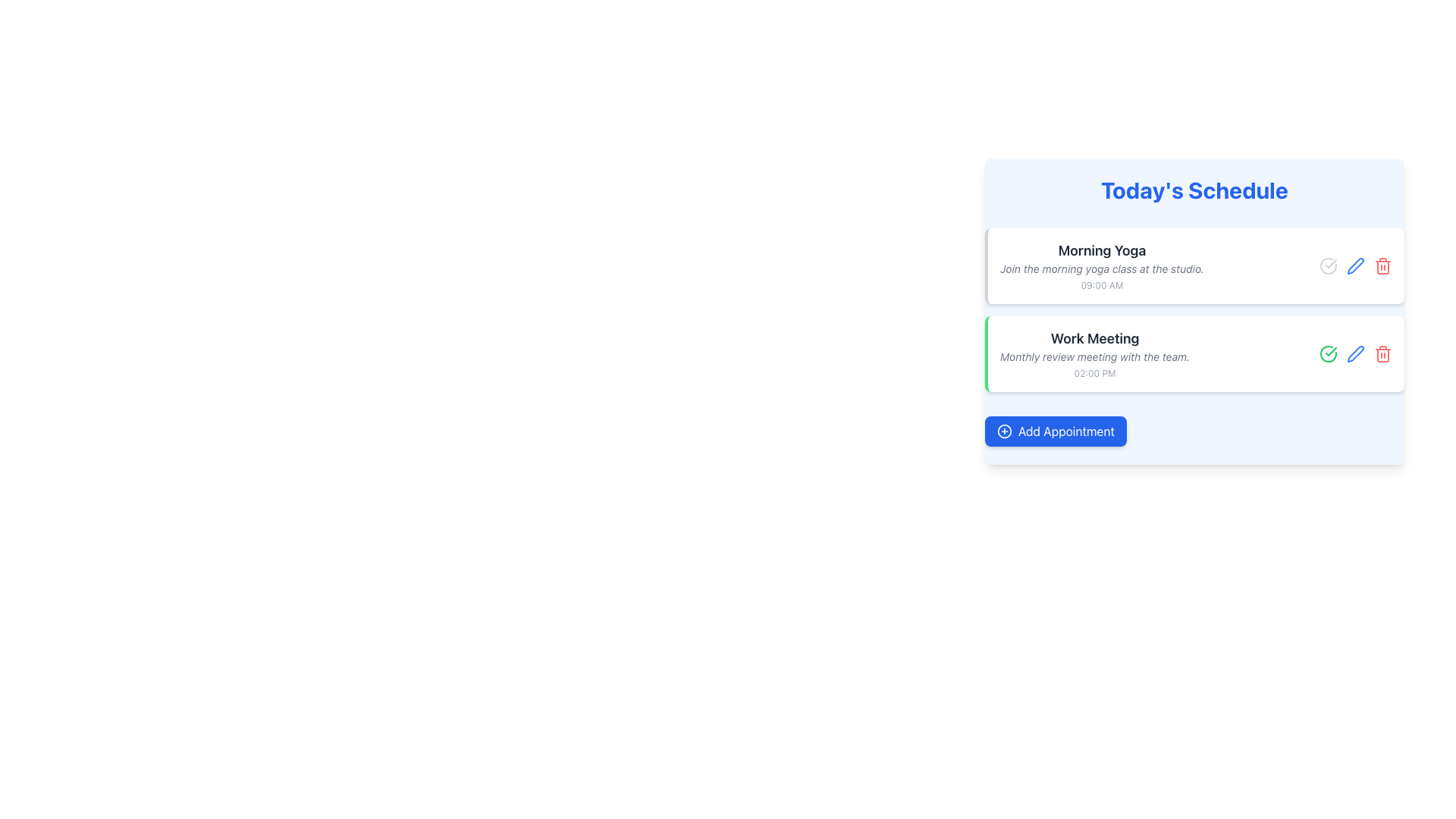 The width and height of the screenshot is (1456, 819). I want to click on the circular green check mark icon to mark the associated action as completed, located to the left of the 'Work Meeting' text, so click(1328, 353).